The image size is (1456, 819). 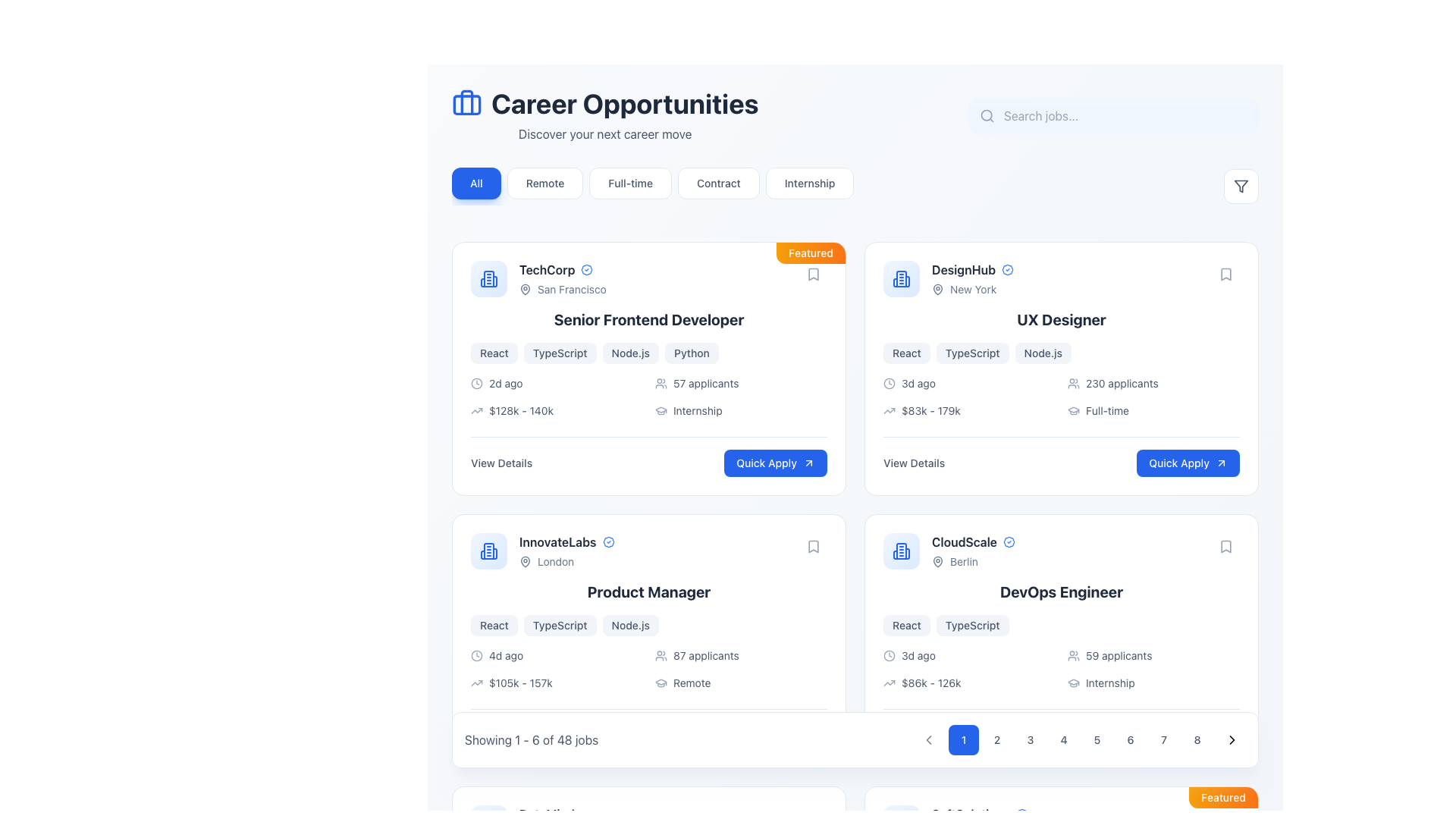 What do you see at coordinates (1061, 397) in the screenshot?
I see `displayed information from the grid layout containing job-related metadata for the 'UX Designer' position at 'DesignHub, New York'` at bounding box center [1061, 397].